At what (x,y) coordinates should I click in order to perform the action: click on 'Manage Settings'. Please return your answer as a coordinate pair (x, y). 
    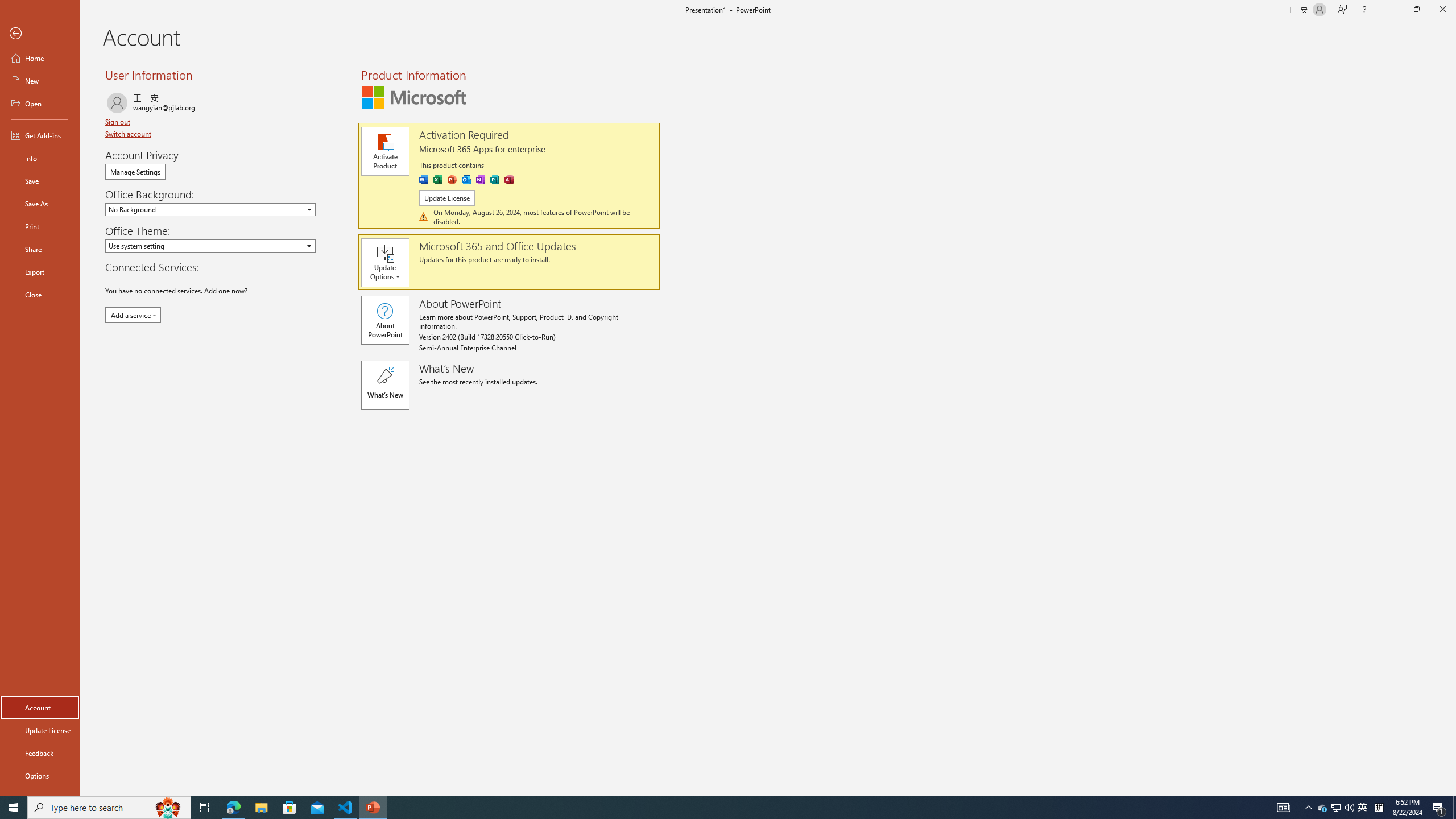
    Looking at the image, I should click on (135, 171).